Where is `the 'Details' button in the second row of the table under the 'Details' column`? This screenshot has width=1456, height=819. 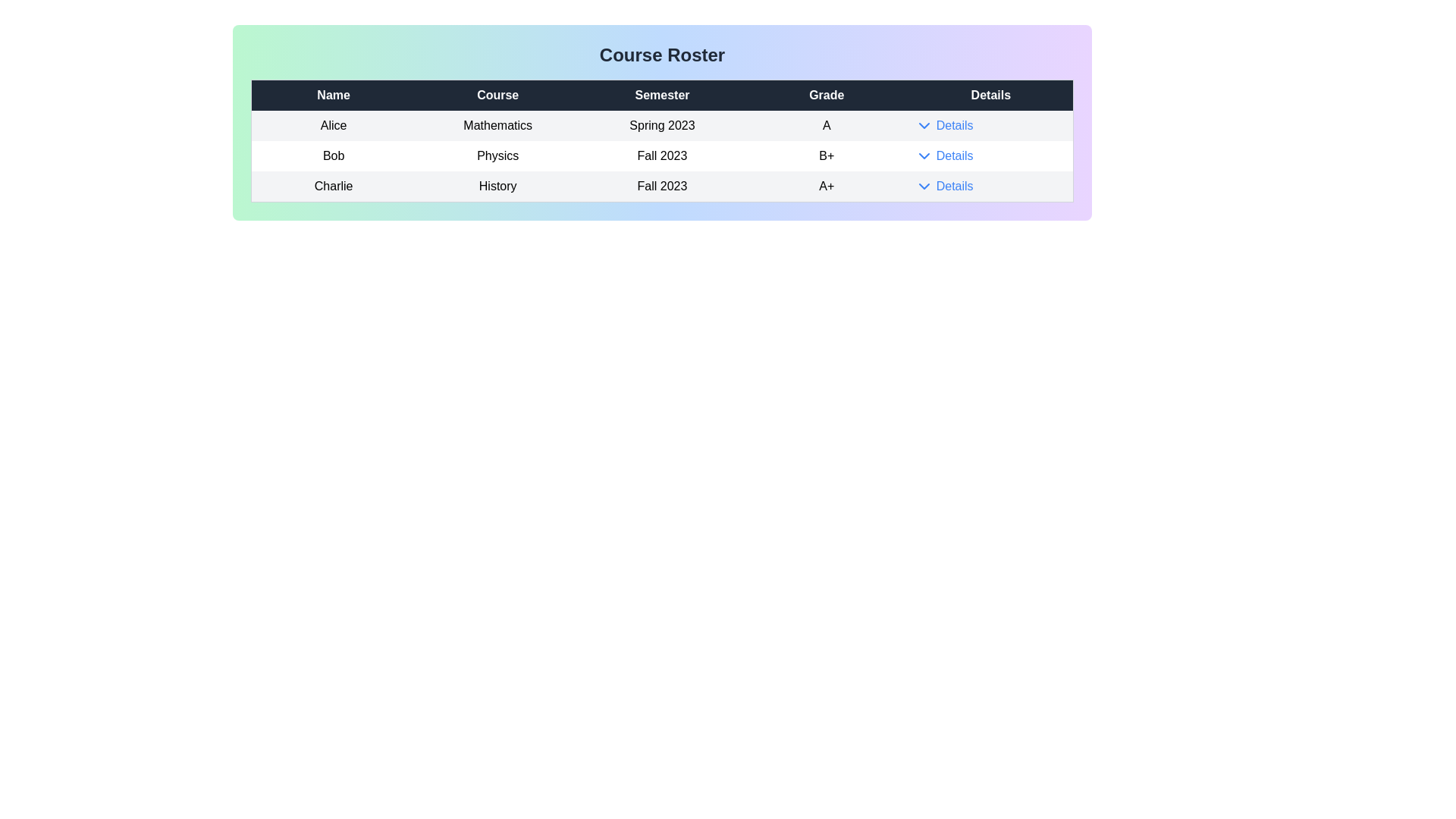 the 'Details' button in the second row of the table under the 'Details' column is located at coordinates (943, 155).